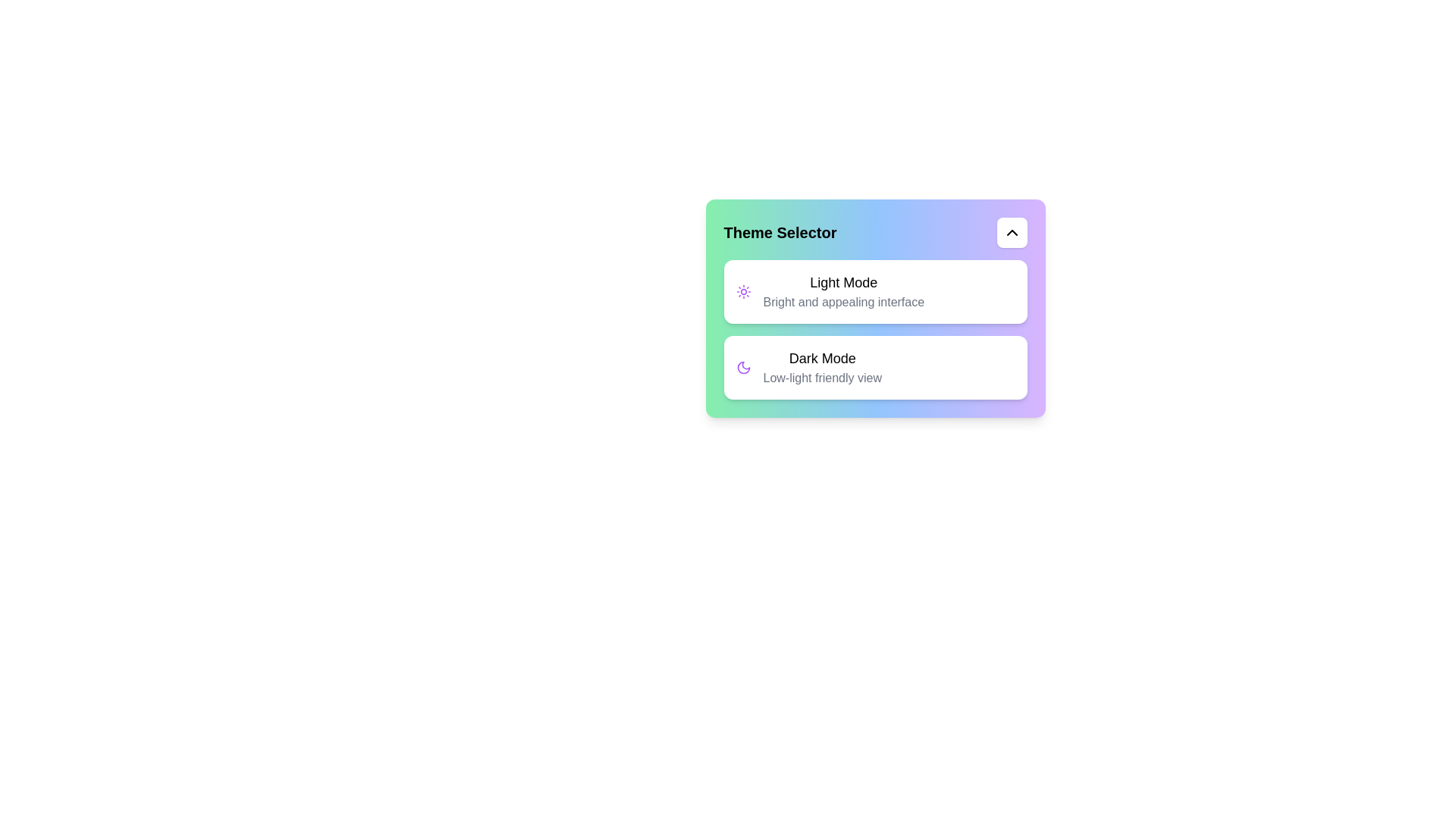  Describe the element at coordinates (875, 292) in the screenshot. I see `the 'Light Mode' option to activate the theme` at that location.